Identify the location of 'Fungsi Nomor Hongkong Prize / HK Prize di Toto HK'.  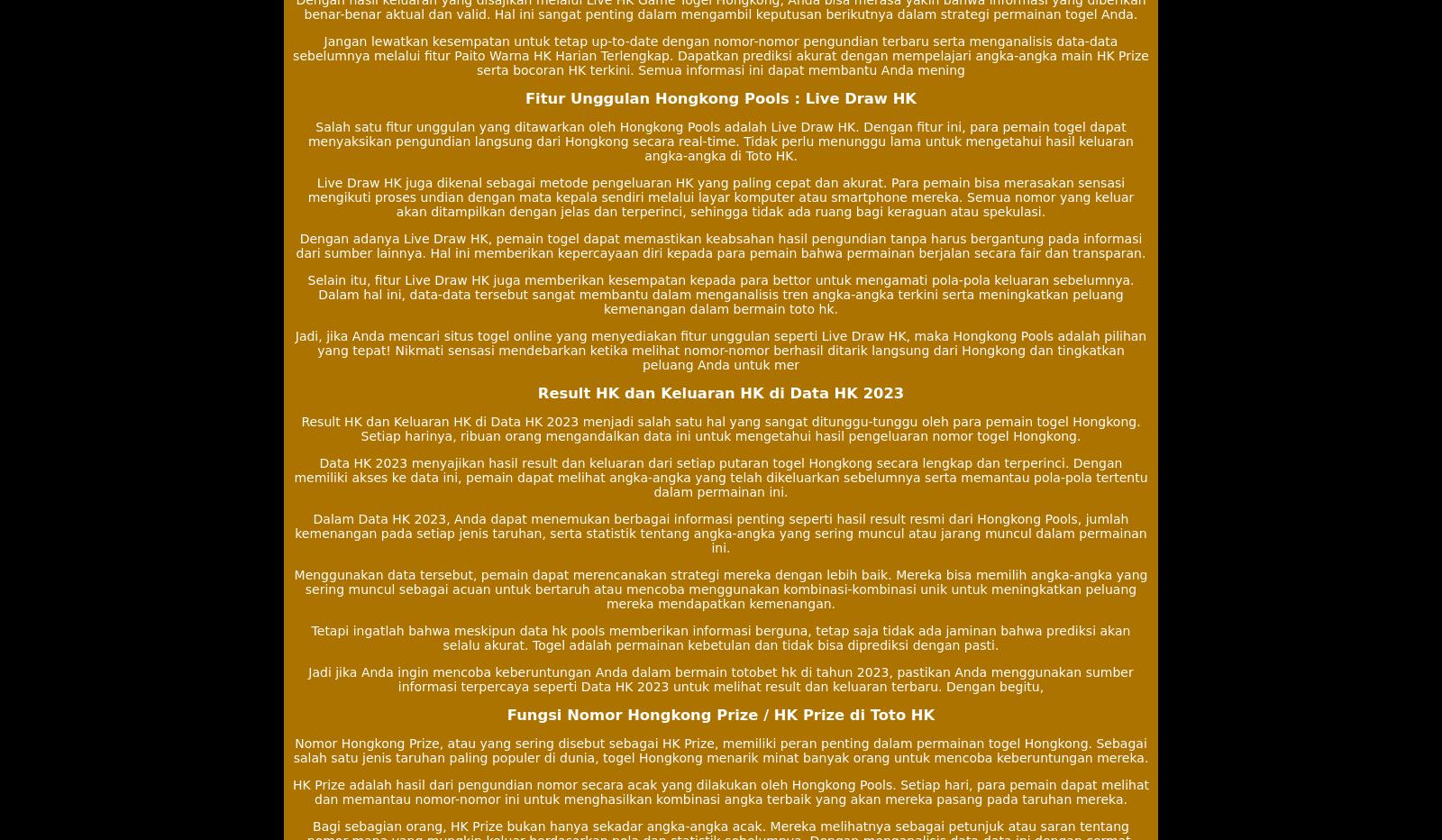
(720, 715).